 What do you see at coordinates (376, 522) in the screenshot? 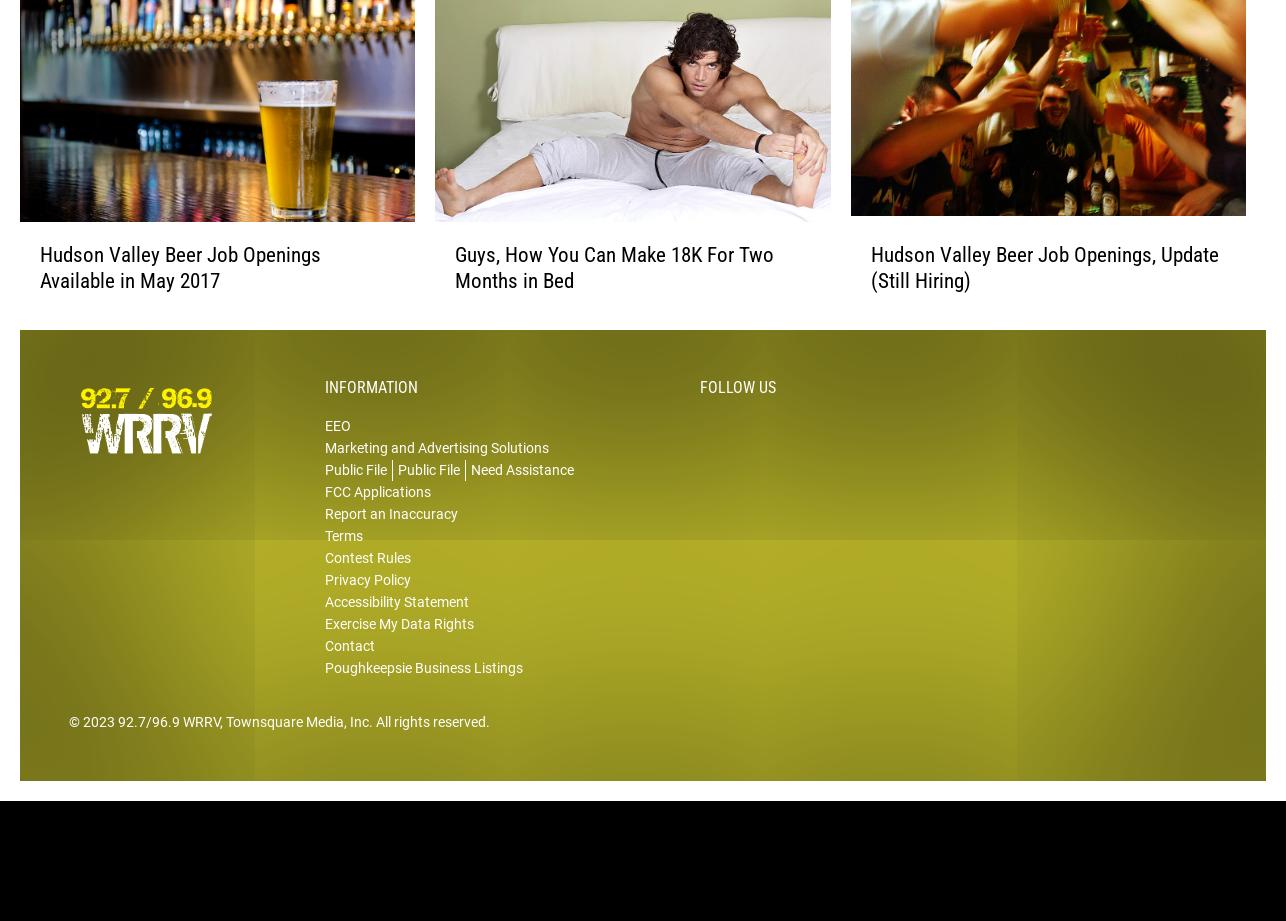
I see `'FCC Applications'` at bounding box center [376, 522].